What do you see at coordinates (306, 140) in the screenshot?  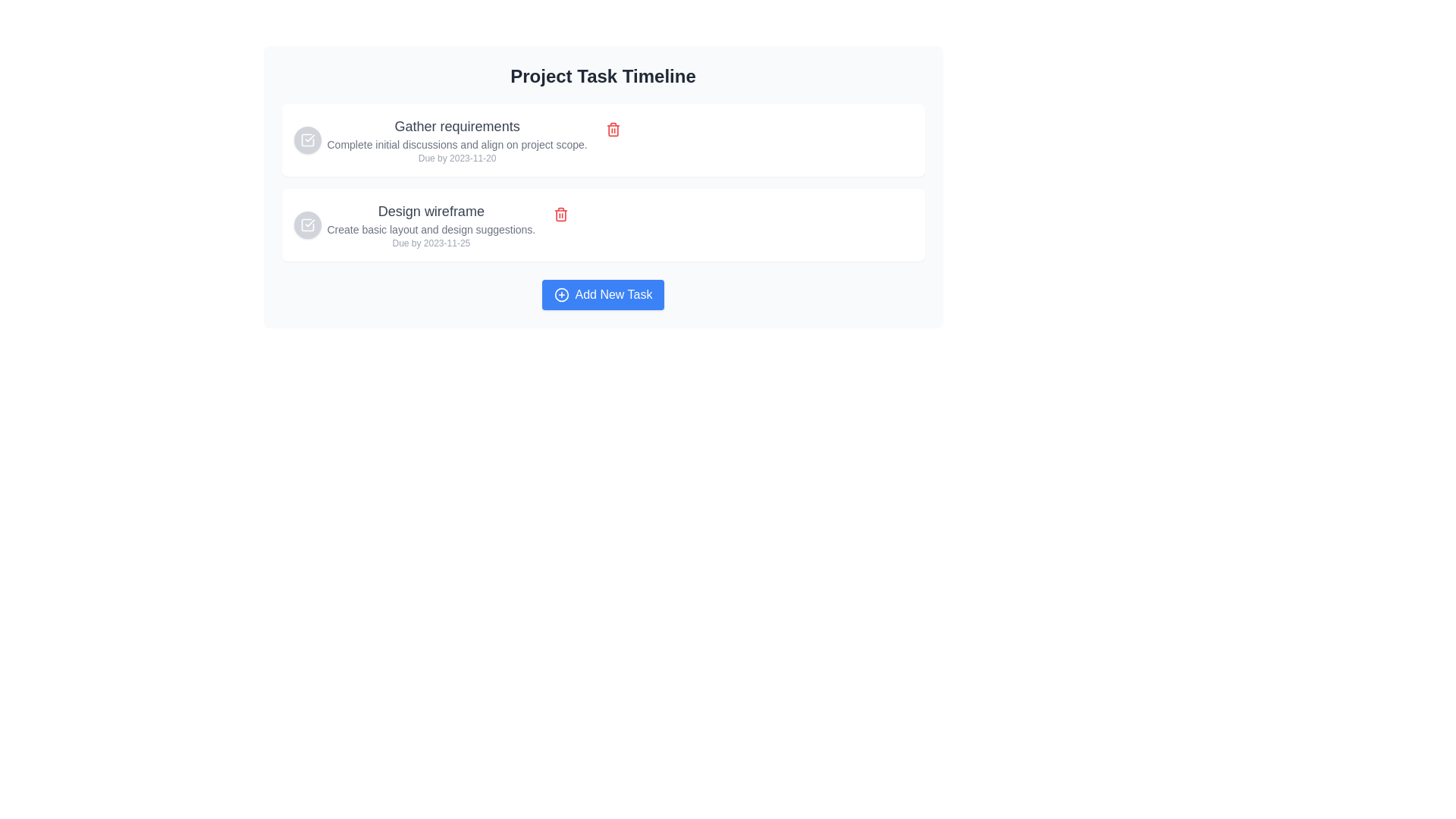 I see `the white square icon with a checkmark inside, located to the left of the 'Gather requirements' task title in the project task list, to mark the task as complete` at bounding box center [306, 140].